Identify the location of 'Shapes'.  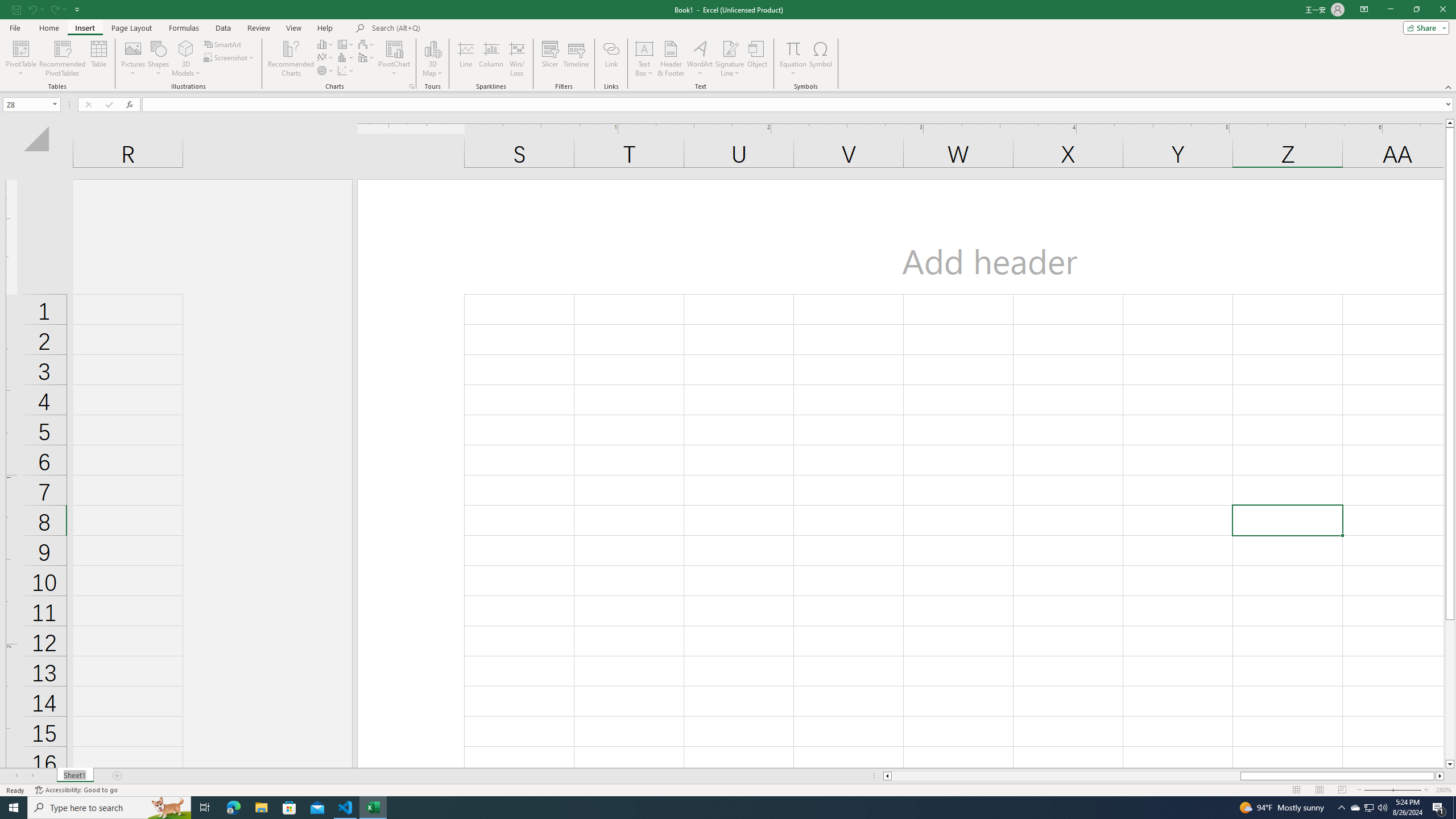
(158, 59).